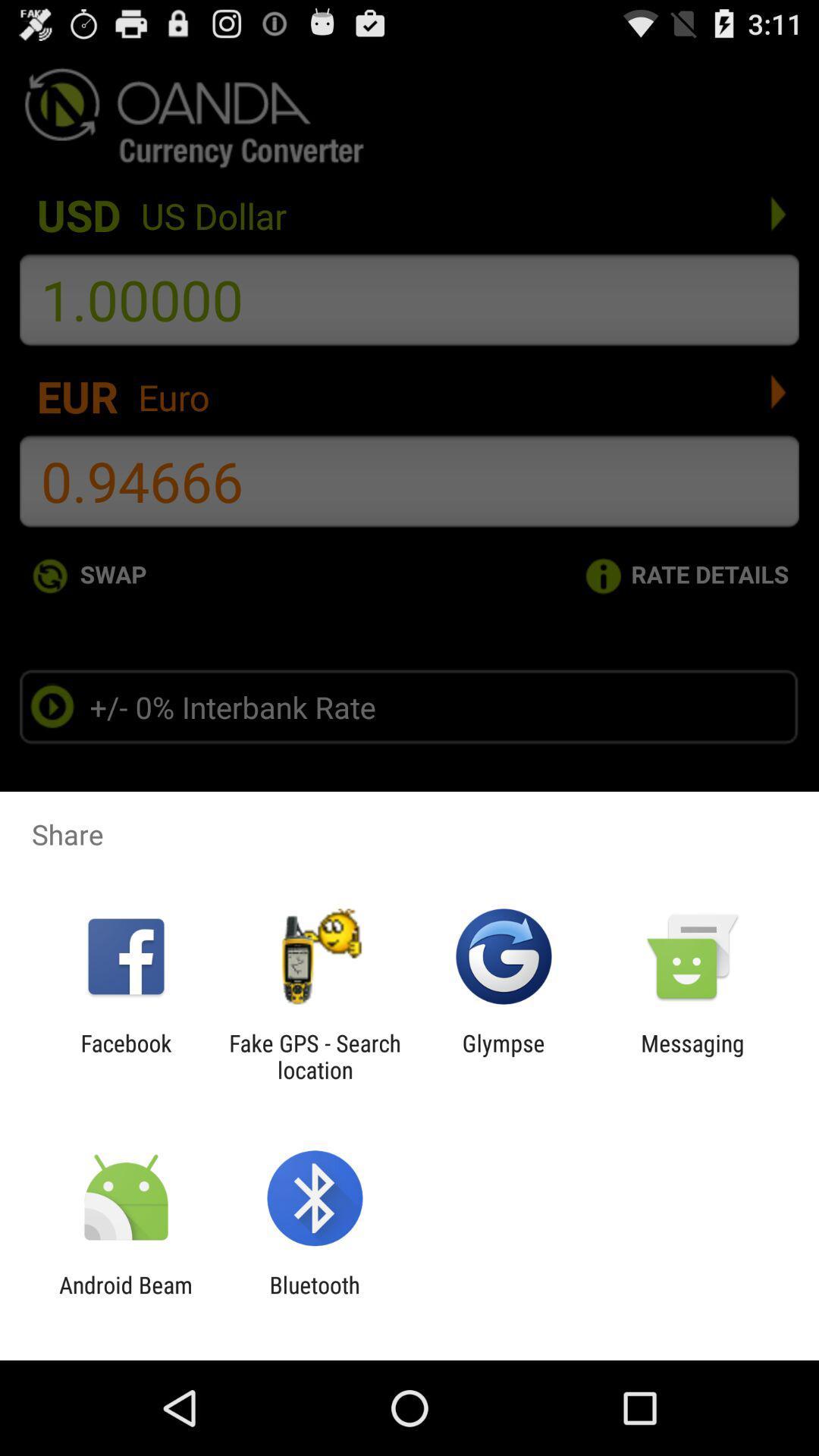  What do you see at coordinates (314, 1056) in the screenshot?
I see `fake gps search app` at bounding box center [314, 1056].